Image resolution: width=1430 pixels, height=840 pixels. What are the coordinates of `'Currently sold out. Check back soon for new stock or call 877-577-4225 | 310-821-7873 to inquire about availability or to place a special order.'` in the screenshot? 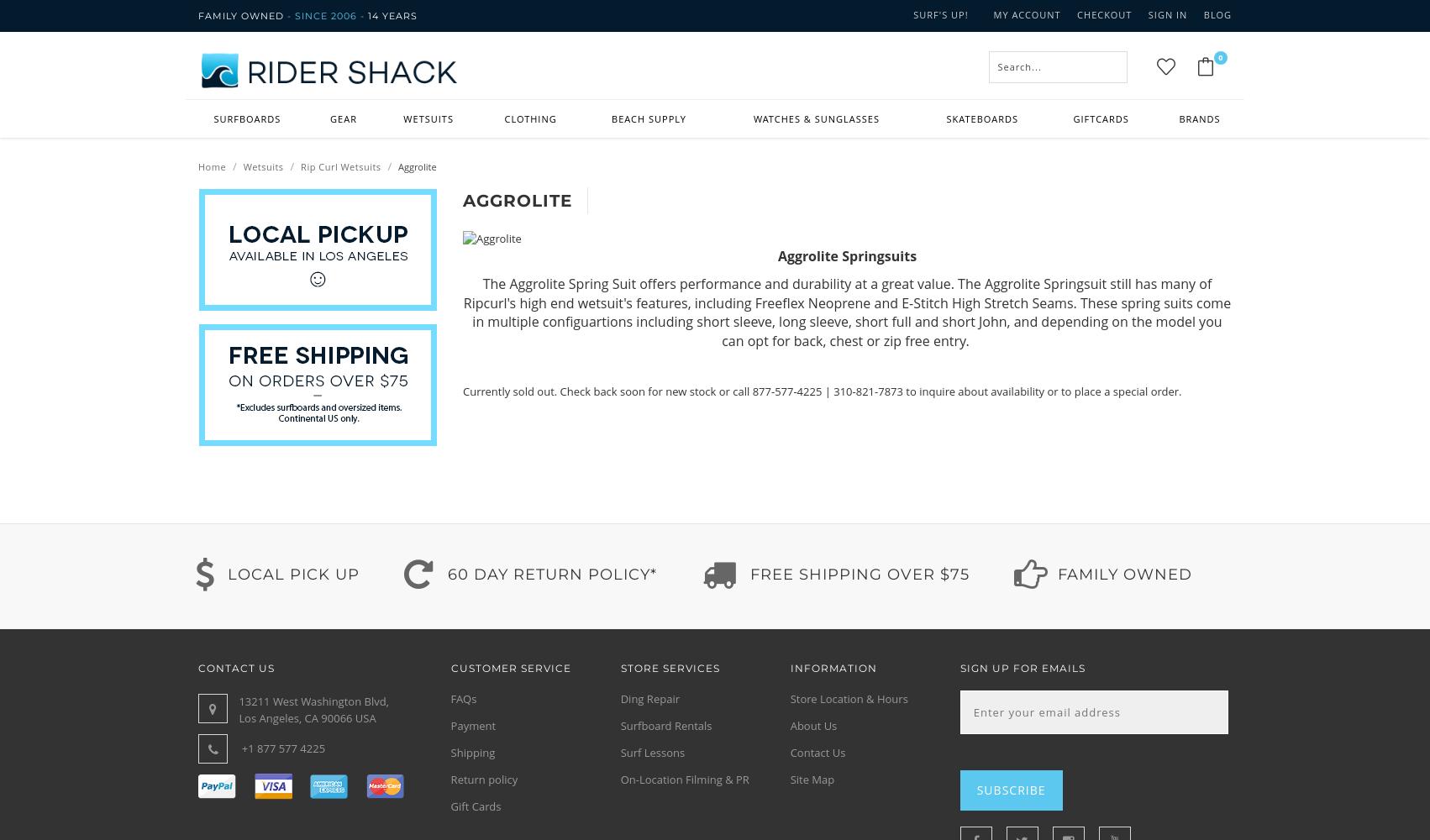 It's located at (822, 390).